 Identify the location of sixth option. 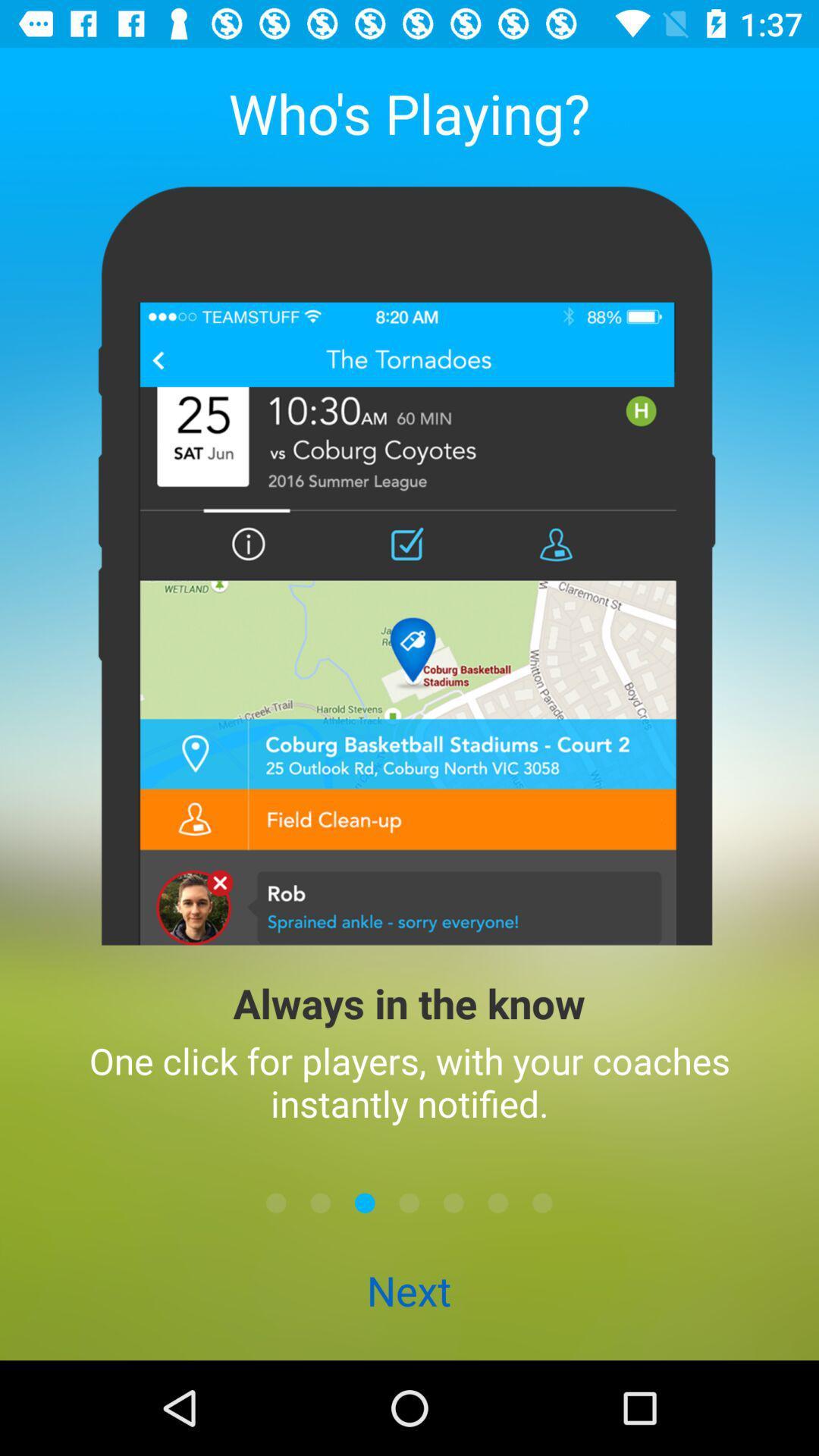
(497, 1202).